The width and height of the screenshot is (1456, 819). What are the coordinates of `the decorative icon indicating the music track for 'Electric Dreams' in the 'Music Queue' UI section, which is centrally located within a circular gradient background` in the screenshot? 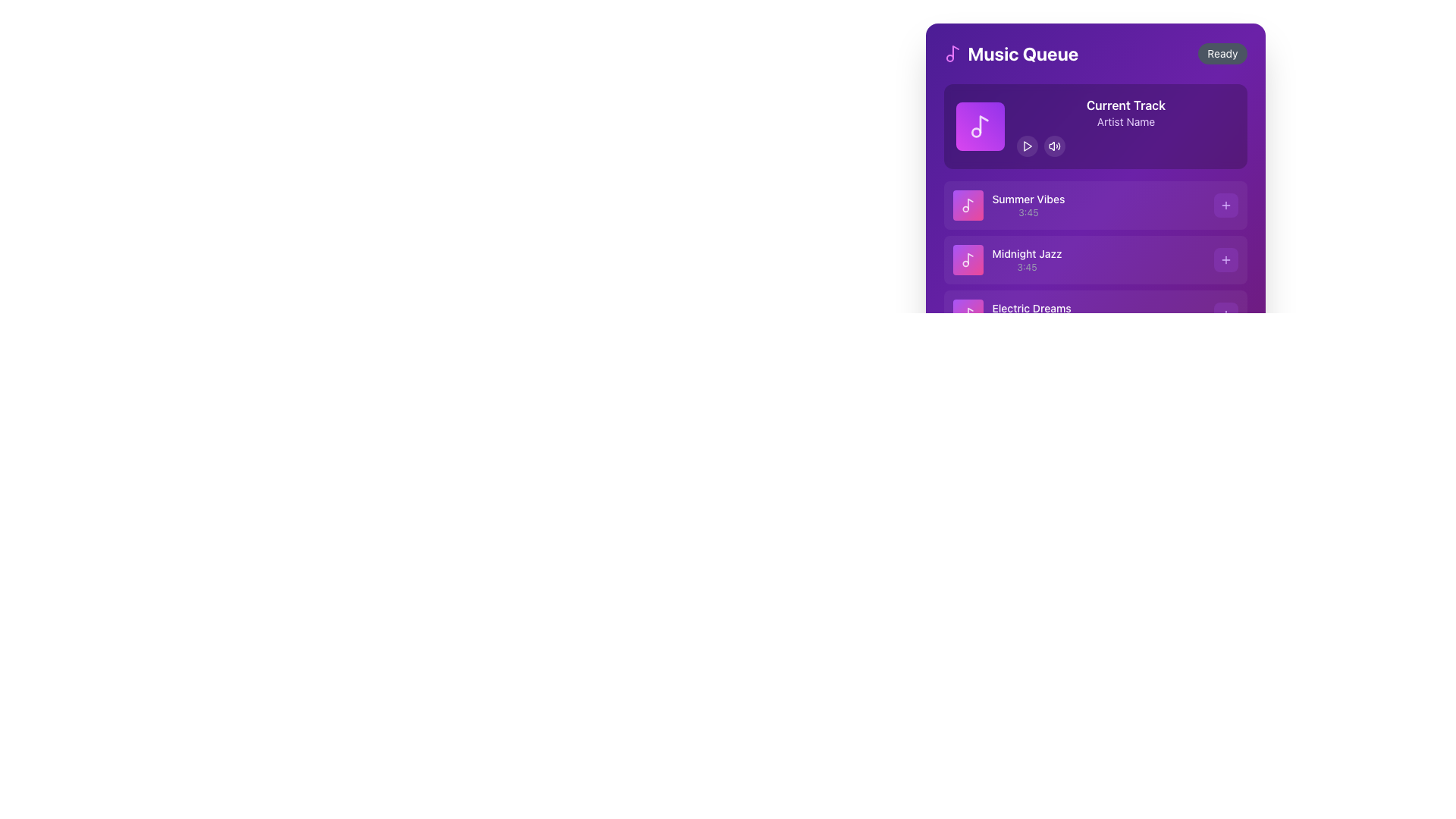 It's located at (967, 314).